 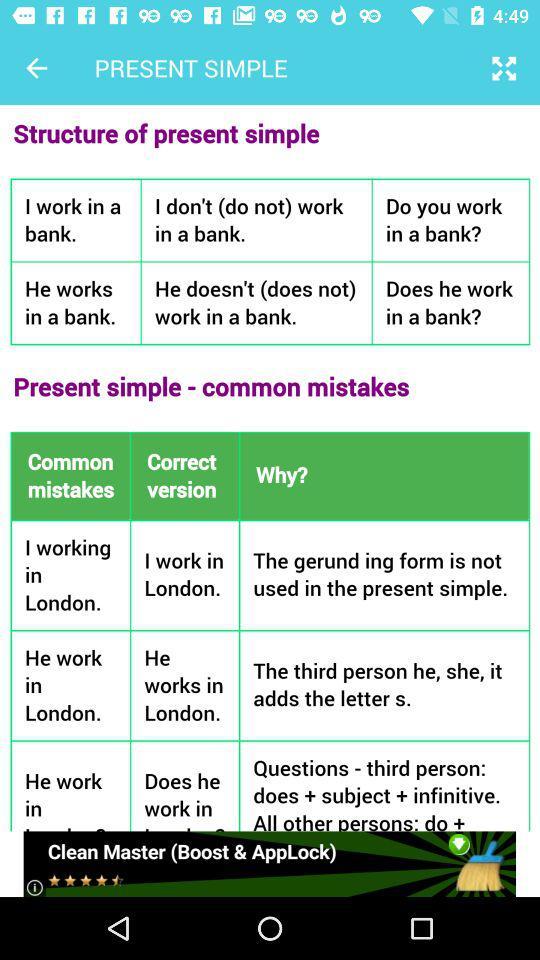 I want to click on advertisement image, so click(x=269, y=863).